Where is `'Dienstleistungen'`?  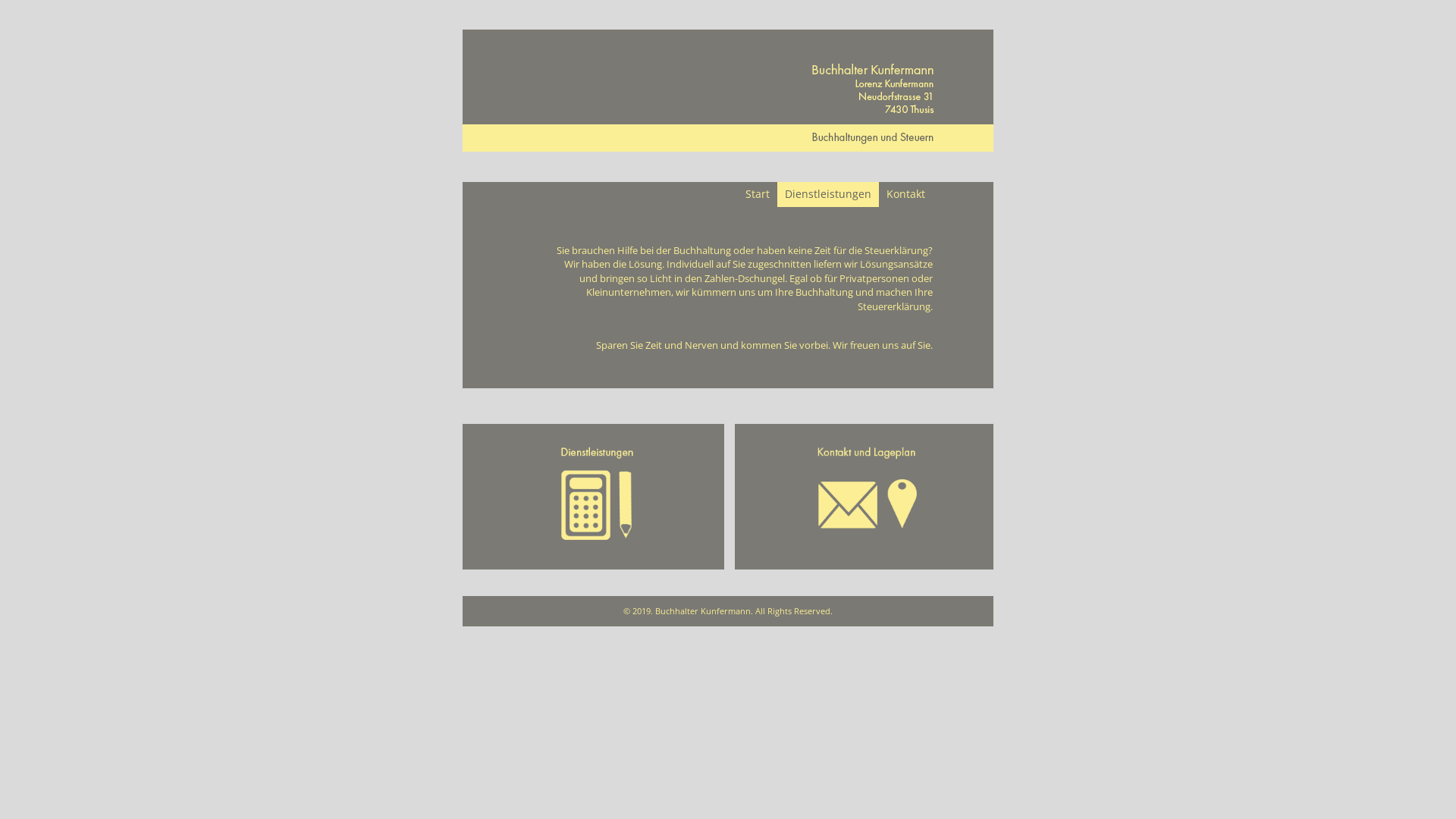
'Dienstleistungen' is located at coordinates (827, 193).